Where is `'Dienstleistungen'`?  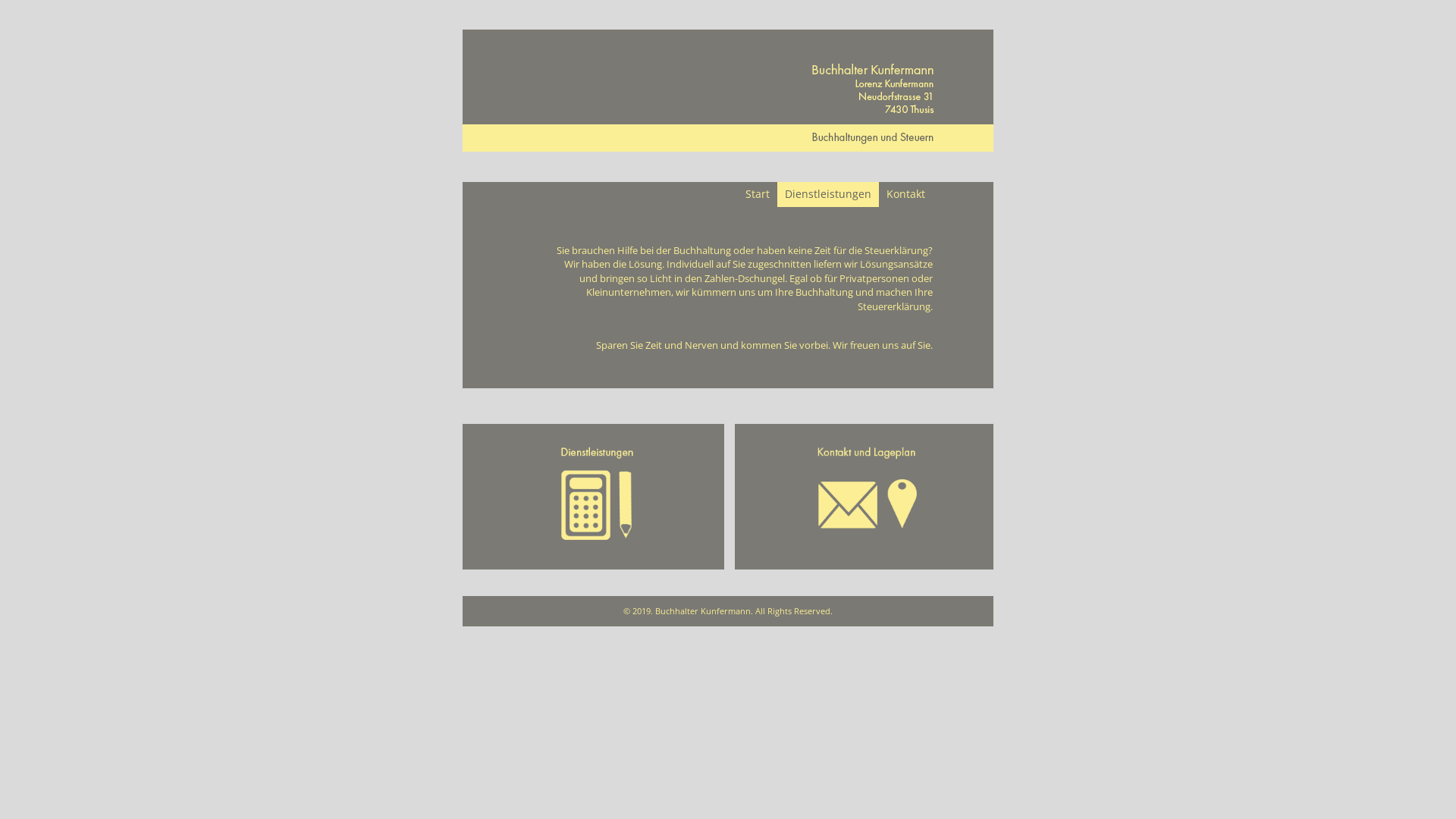
'Dienstleistungen' is located at coordinates (827, 193).